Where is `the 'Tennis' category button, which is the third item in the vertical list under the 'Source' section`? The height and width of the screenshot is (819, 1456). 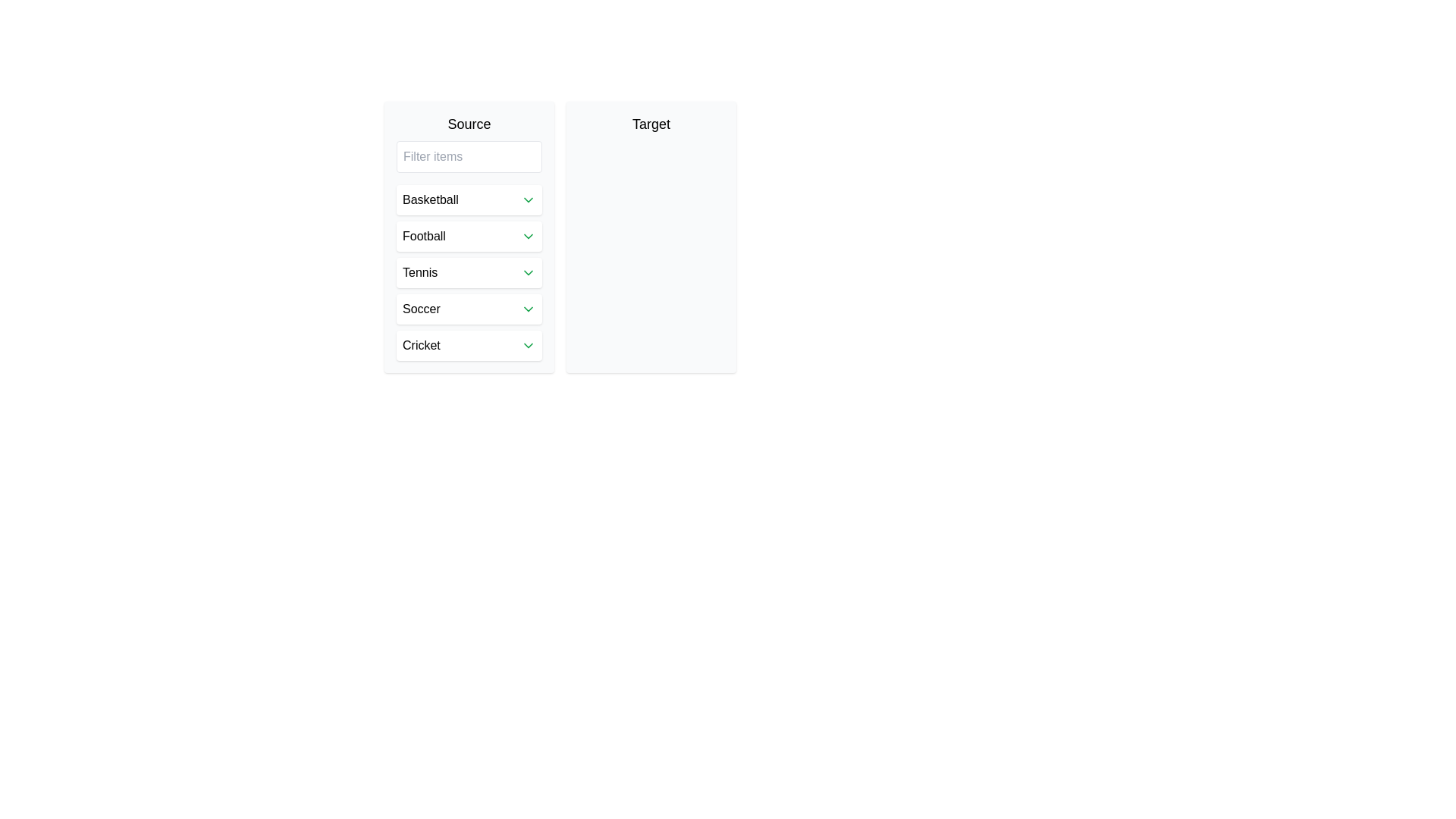 the 'Tennis' category button, which is the third item in the vertical list under the 'Source' section is located at coordinates (469, 271).